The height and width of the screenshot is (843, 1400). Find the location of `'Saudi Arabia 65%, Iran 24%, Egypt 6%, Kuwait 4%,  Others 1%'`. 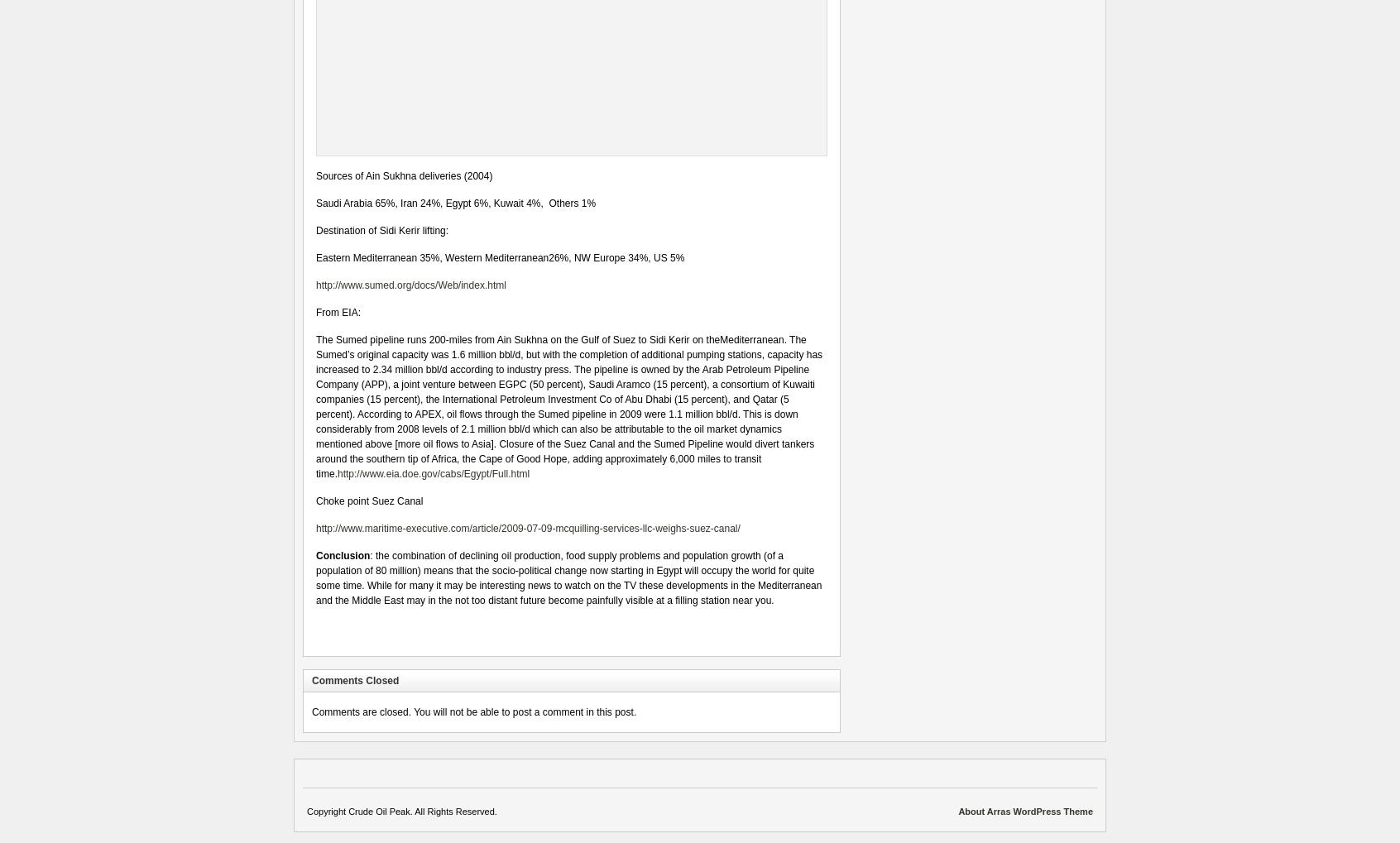

'Saudi Arabia 65%, Iran 24%, Egypt 6%, Kuwait 4%,  Others 1%' is located at coordinates (456, 203).